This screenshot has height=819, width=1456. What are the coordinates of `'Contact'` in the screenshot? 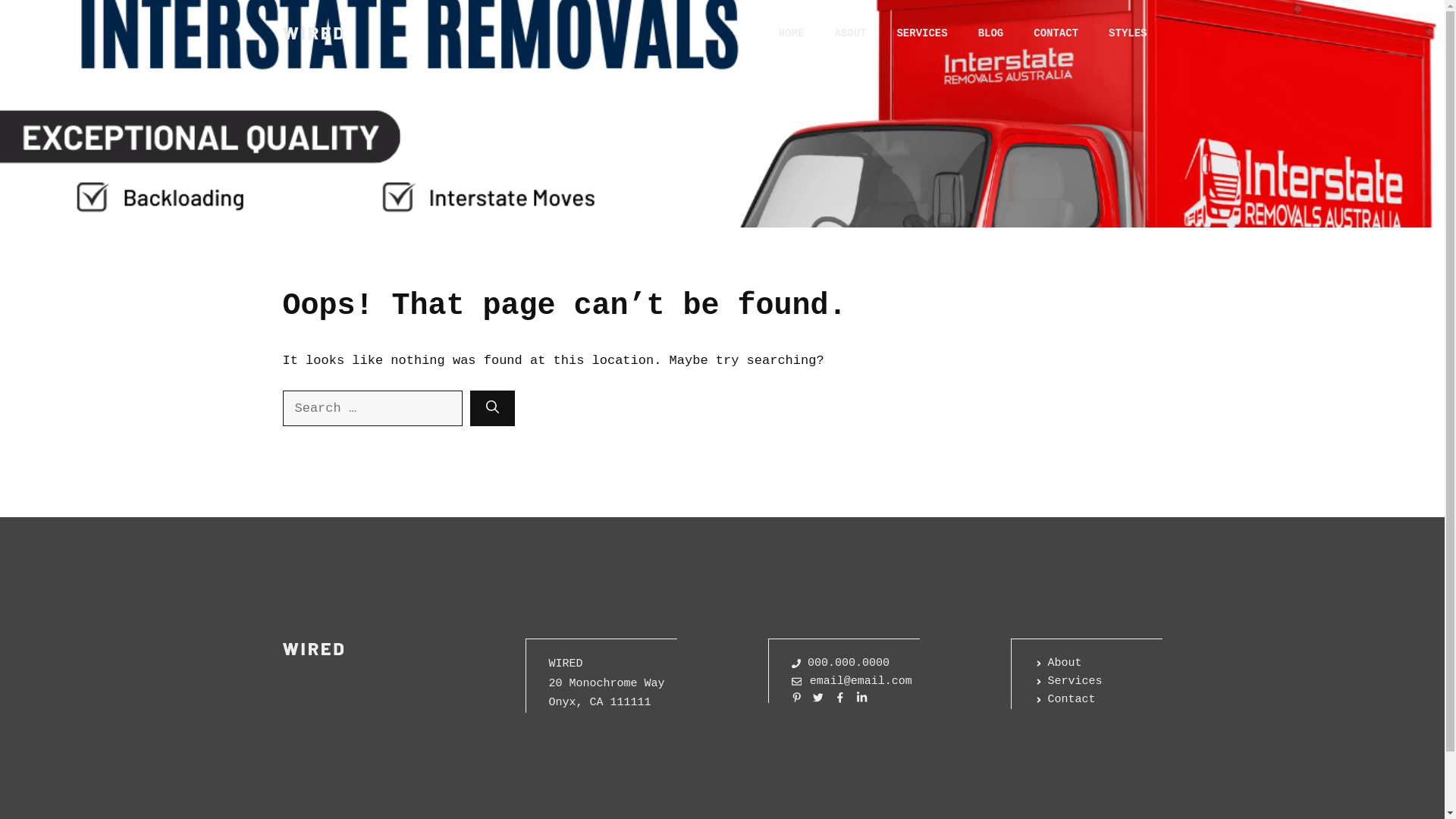 It's located at (1033, 699).